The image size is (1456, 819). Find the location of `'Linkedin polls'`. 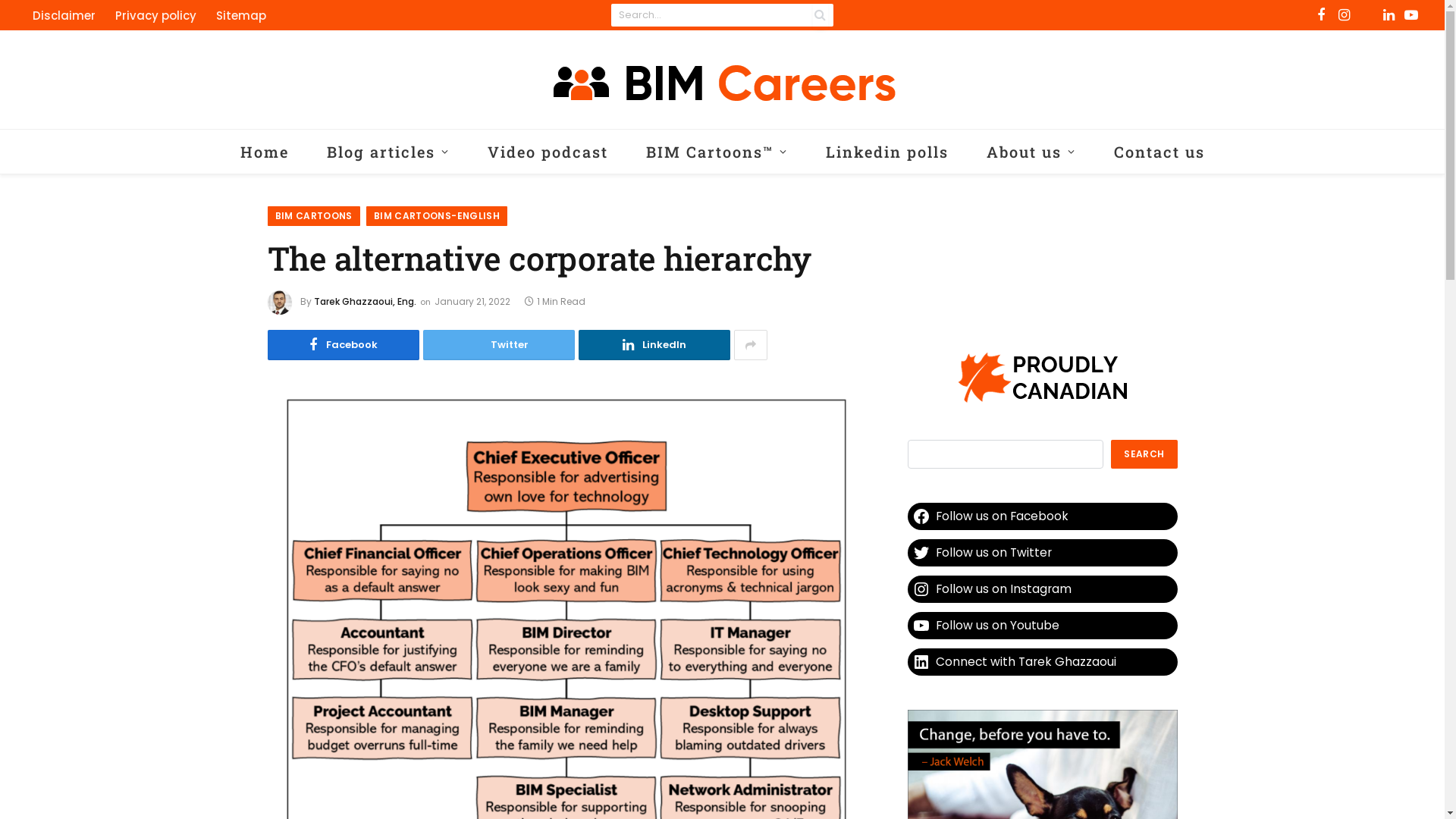

'Linkedin polls' is located at coordinates (887, 152).